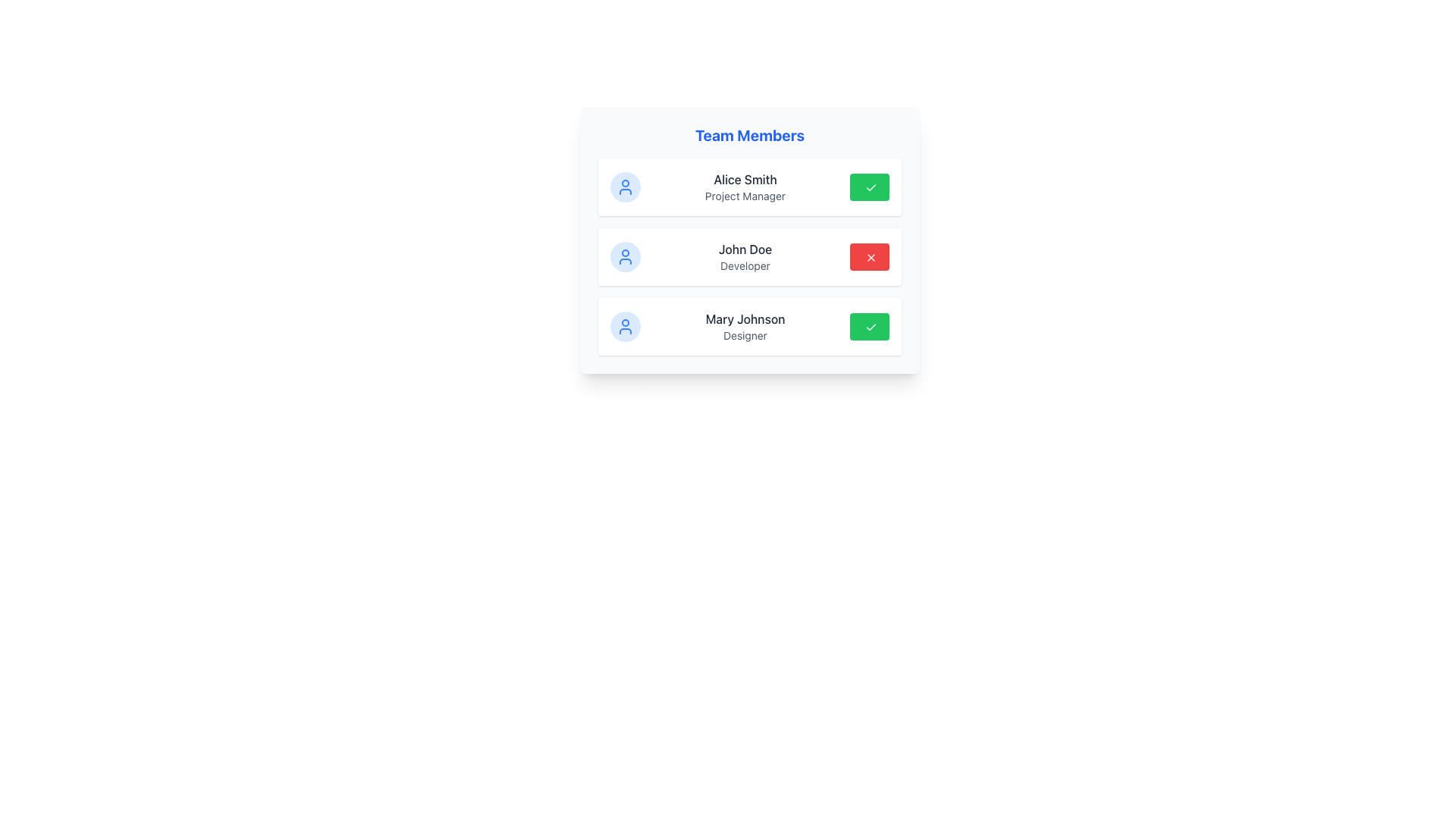 The height and width of the screenshot is (819, 1456). Describe the element at coordinates (745, 265) in the screenshot. I see `the 'Developer' text label, which is a small, light gray font displayed underneath 'John Doe' in the 'Team Members' list` at that location.